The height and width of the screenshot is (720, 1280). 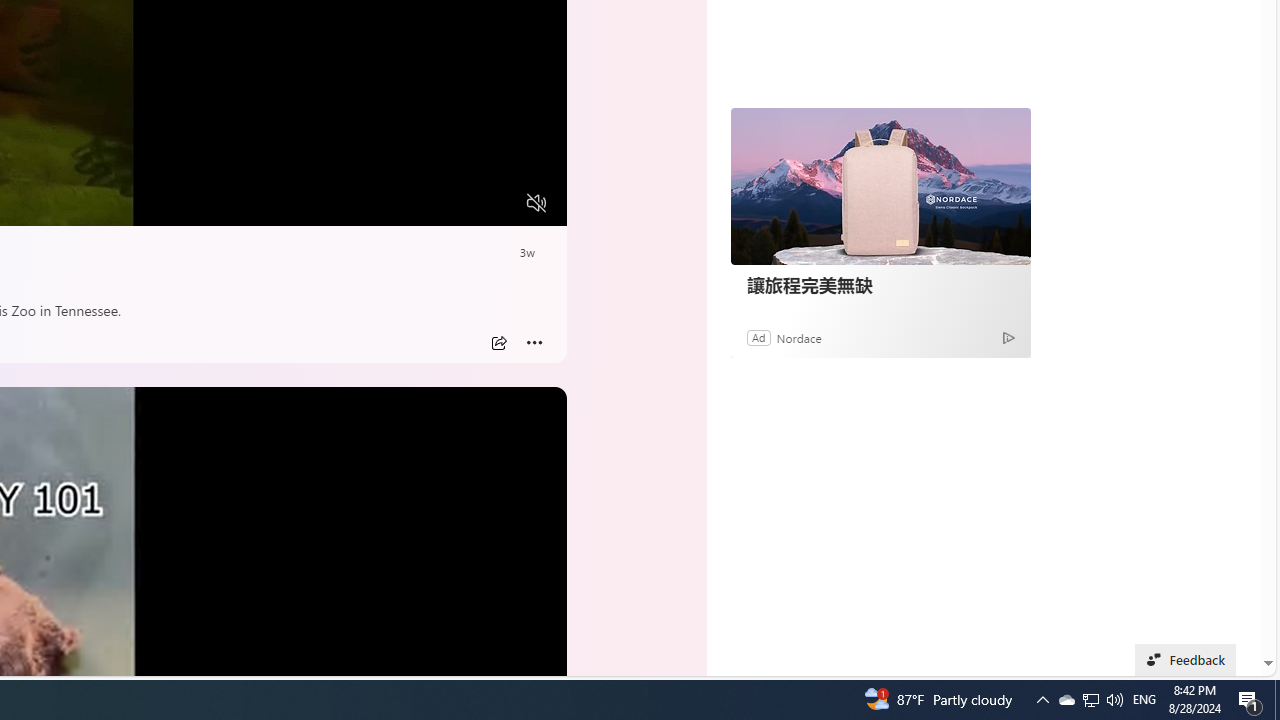 What do you see at coordinates (536, 203) in the screenshot?
I see `'Unmute'` at bounding box center [536, 203].